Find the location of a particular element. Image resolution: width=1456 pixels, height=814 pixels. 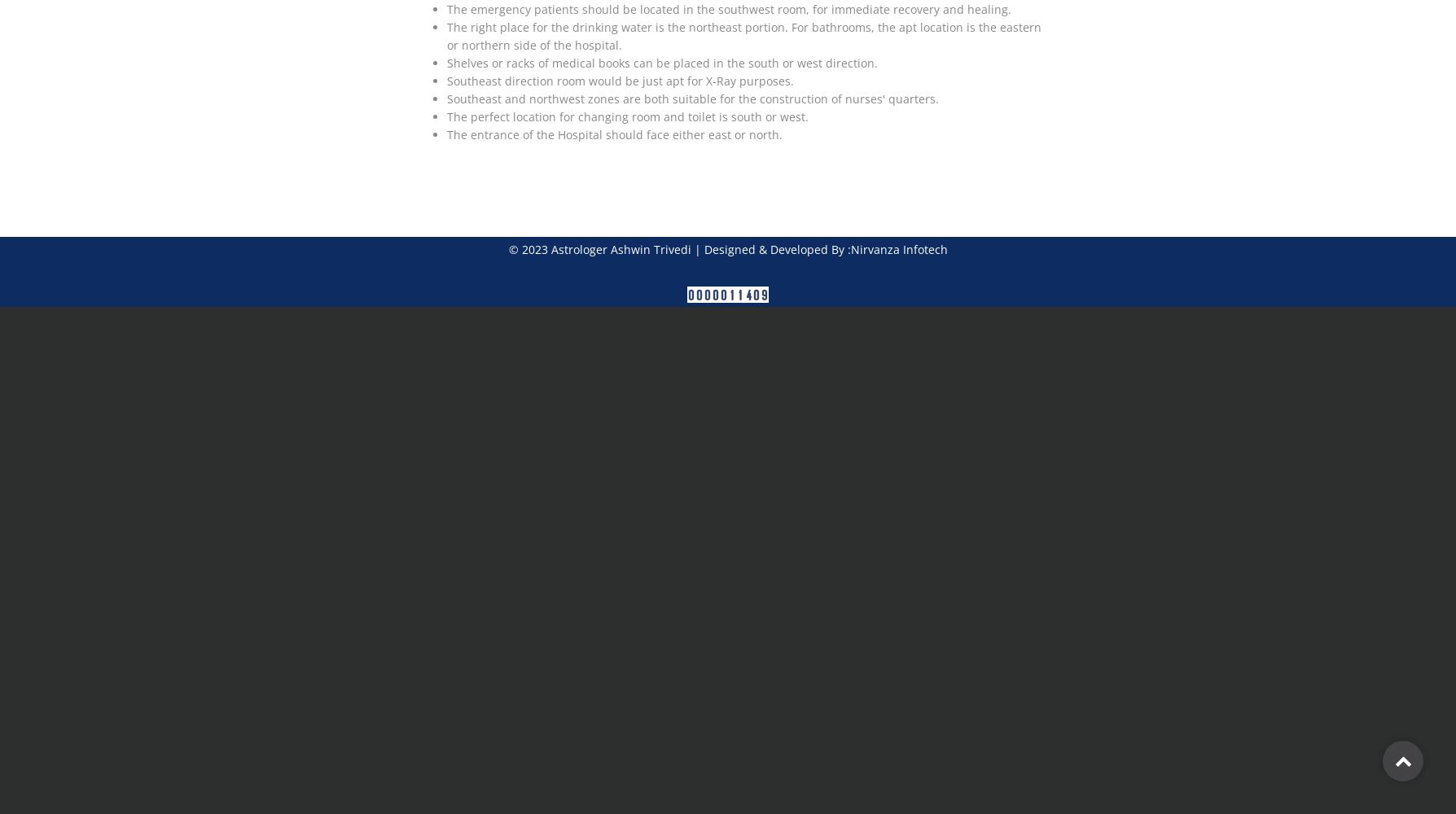

'The right place for the drinking water is the northeast portion. For bathrooms, the apt location is the eastern or northern side of the hospital.' is located at coordinates (446, 36).